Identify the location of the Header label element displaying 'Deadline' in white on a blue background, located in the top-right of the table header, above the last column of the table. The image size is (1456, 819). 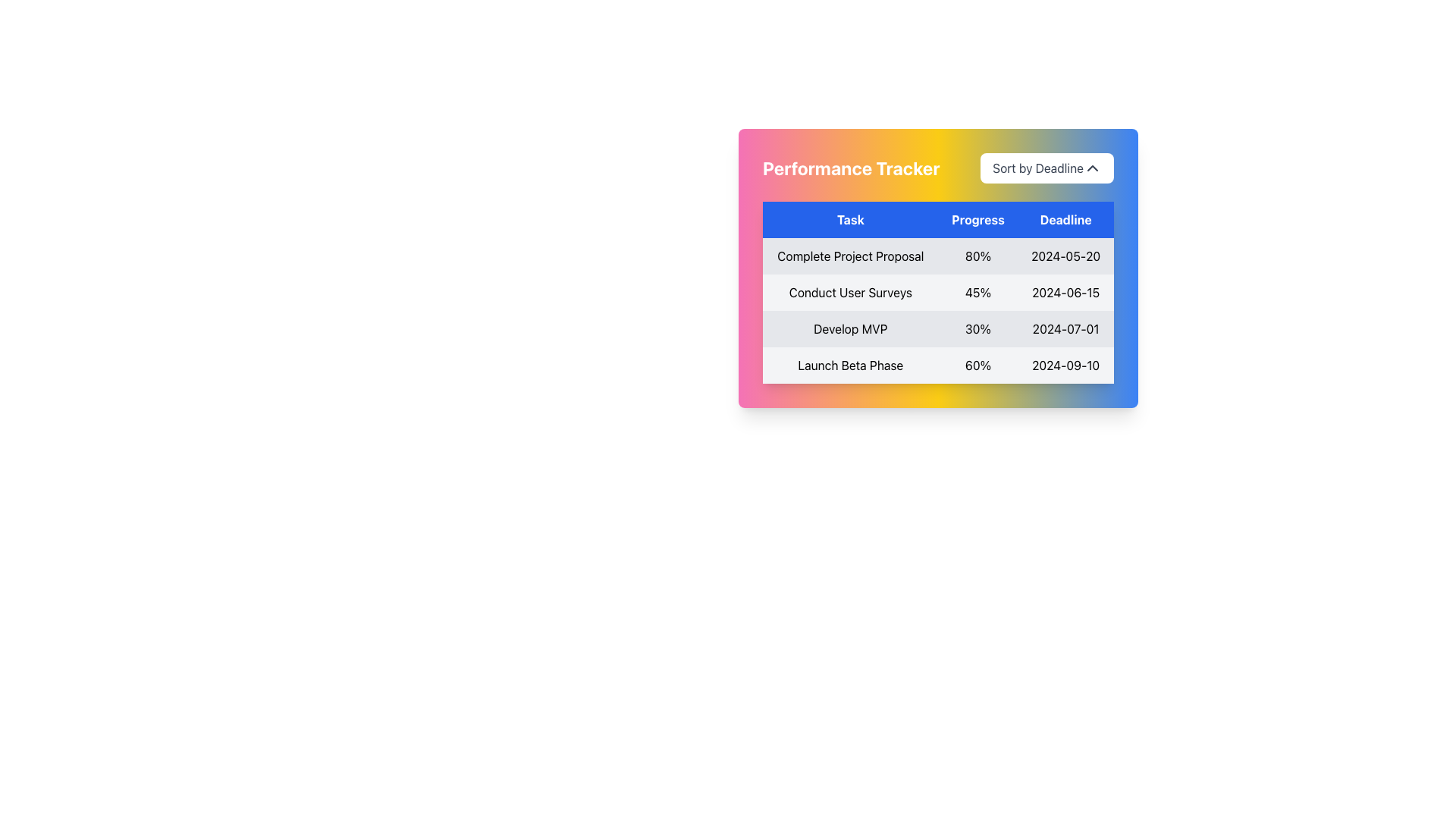
(1065, 219).